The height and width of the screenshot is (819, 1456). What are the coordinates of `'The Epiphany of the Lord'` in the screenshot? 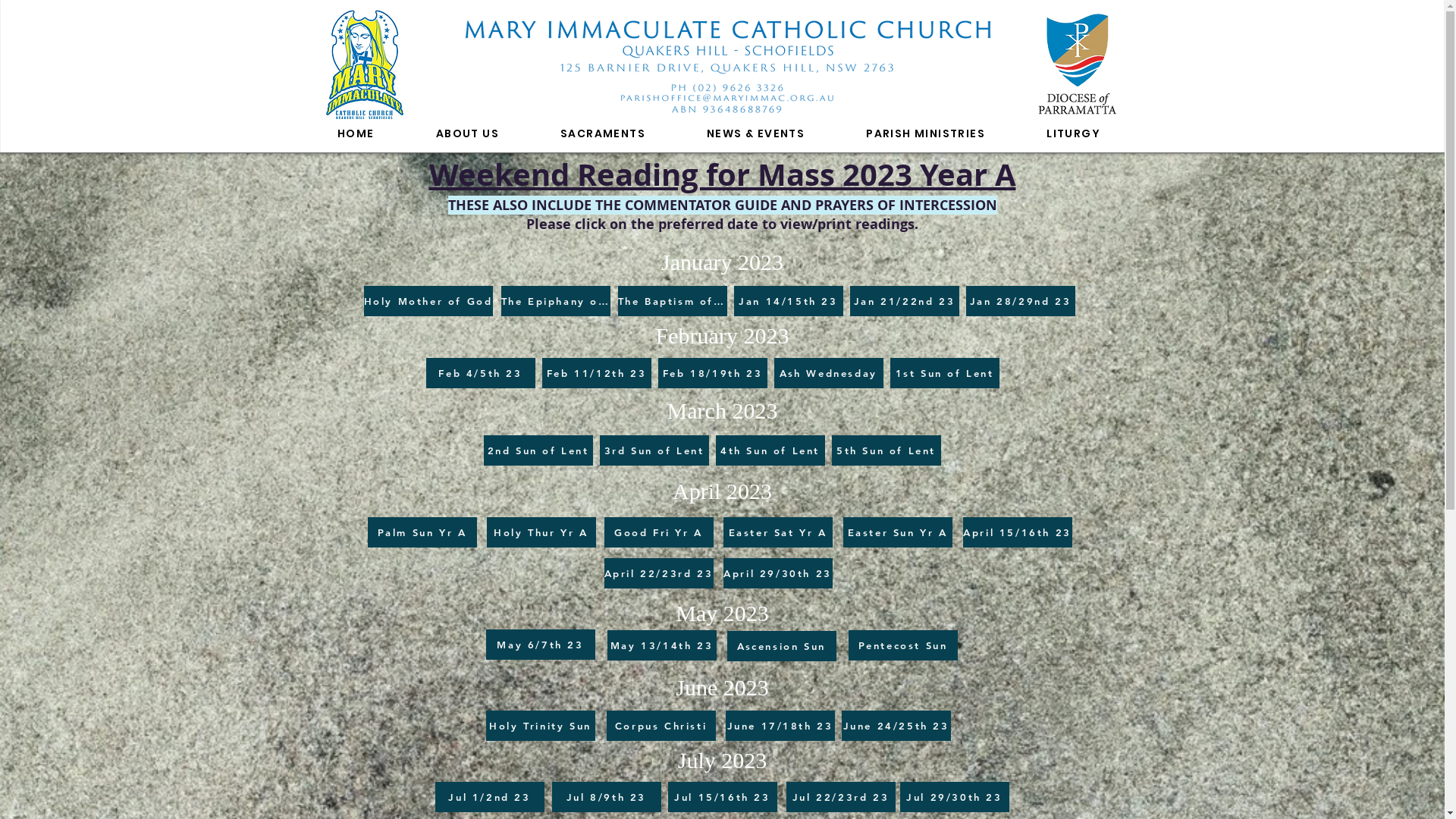 It's located at (554, 301).